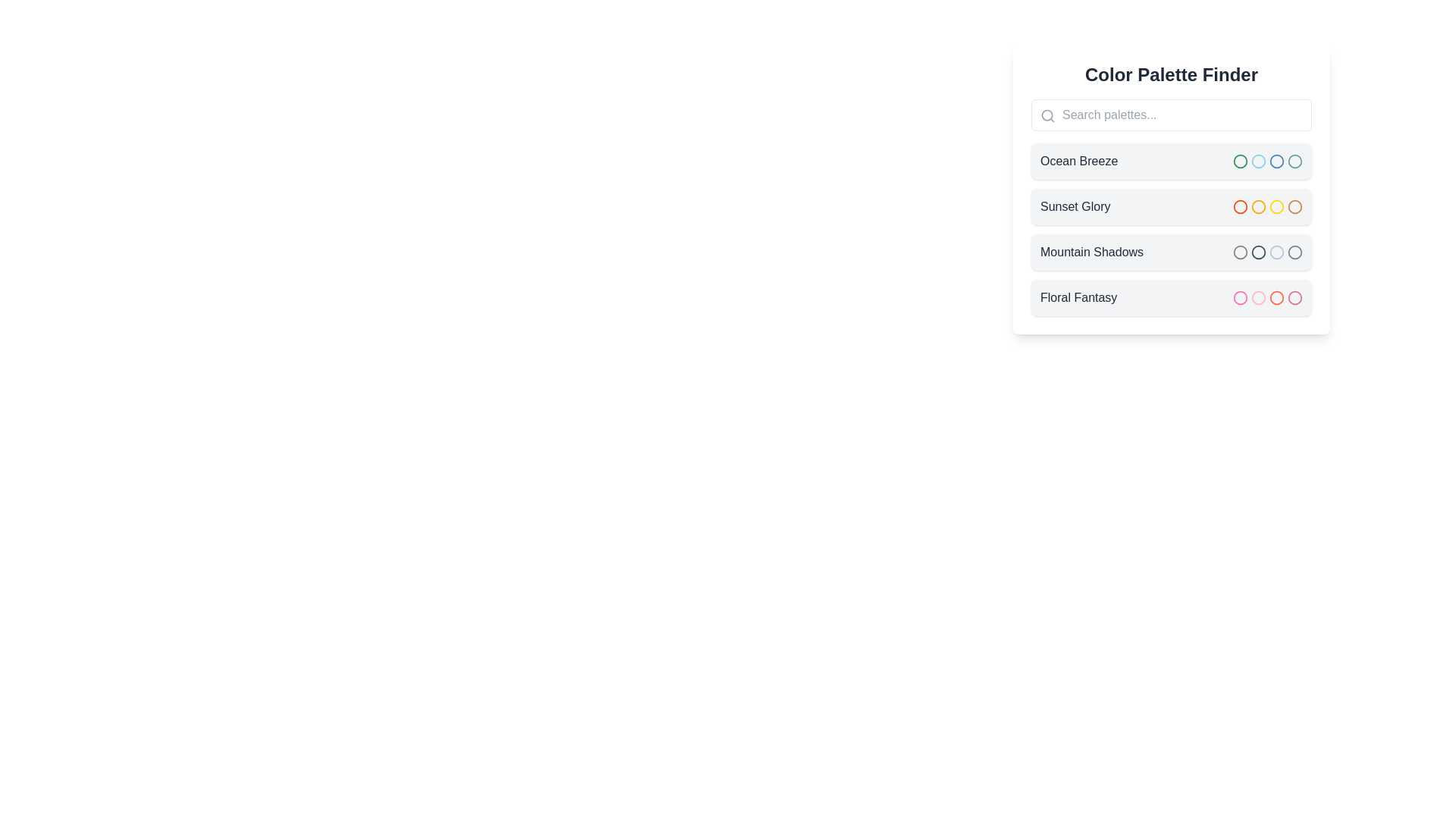  Describe the element at coordinates (1241, 298) in the screenshot. I see `the Circle icon representing the selectable color option for the 'Floral Fantasy' palette` at that location.